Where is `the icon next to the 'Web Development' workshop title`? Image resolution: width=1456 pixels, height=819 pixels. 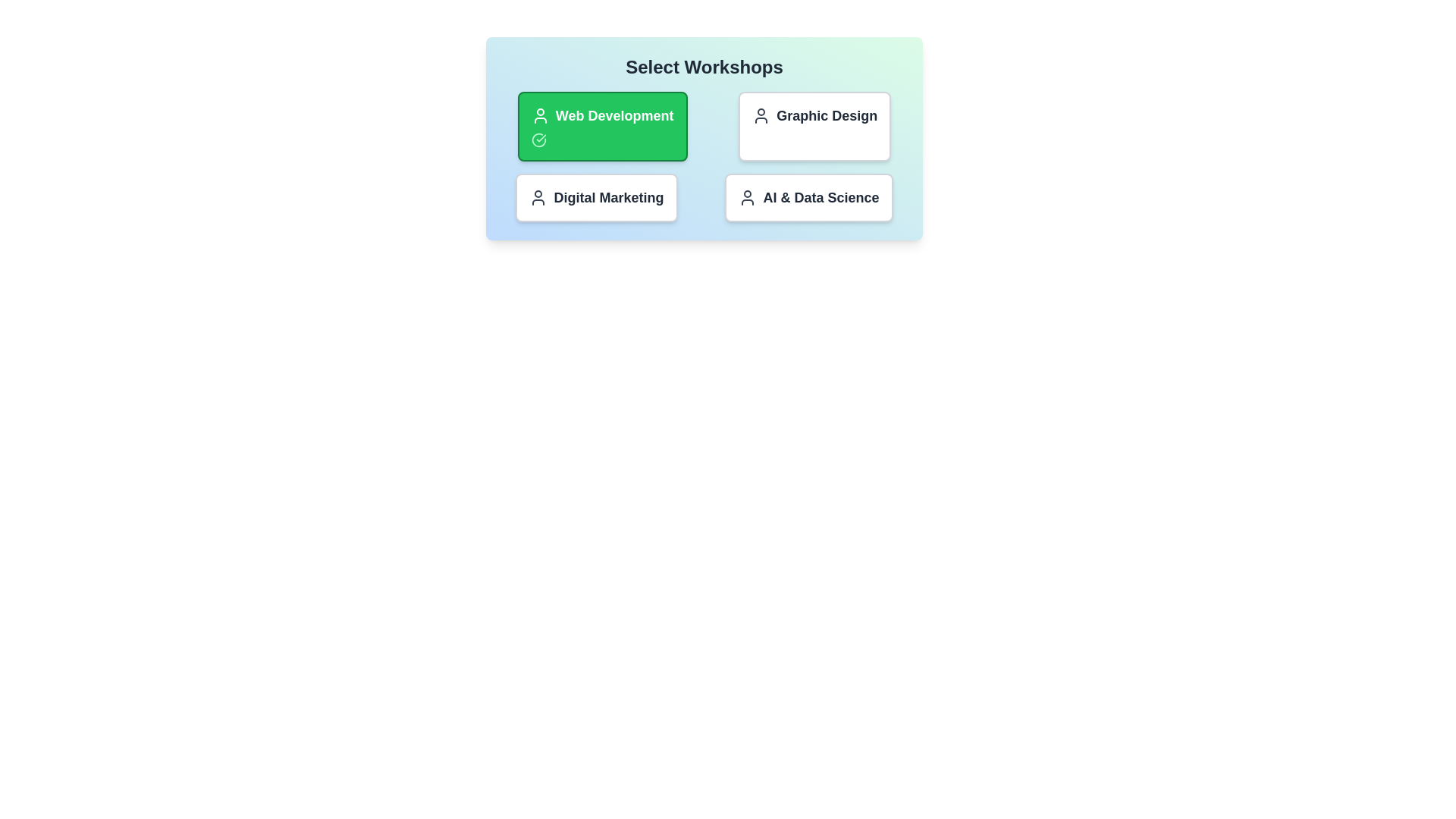 the icon next to the 'Web Development' workshop title is located at coordinates (540, 115).